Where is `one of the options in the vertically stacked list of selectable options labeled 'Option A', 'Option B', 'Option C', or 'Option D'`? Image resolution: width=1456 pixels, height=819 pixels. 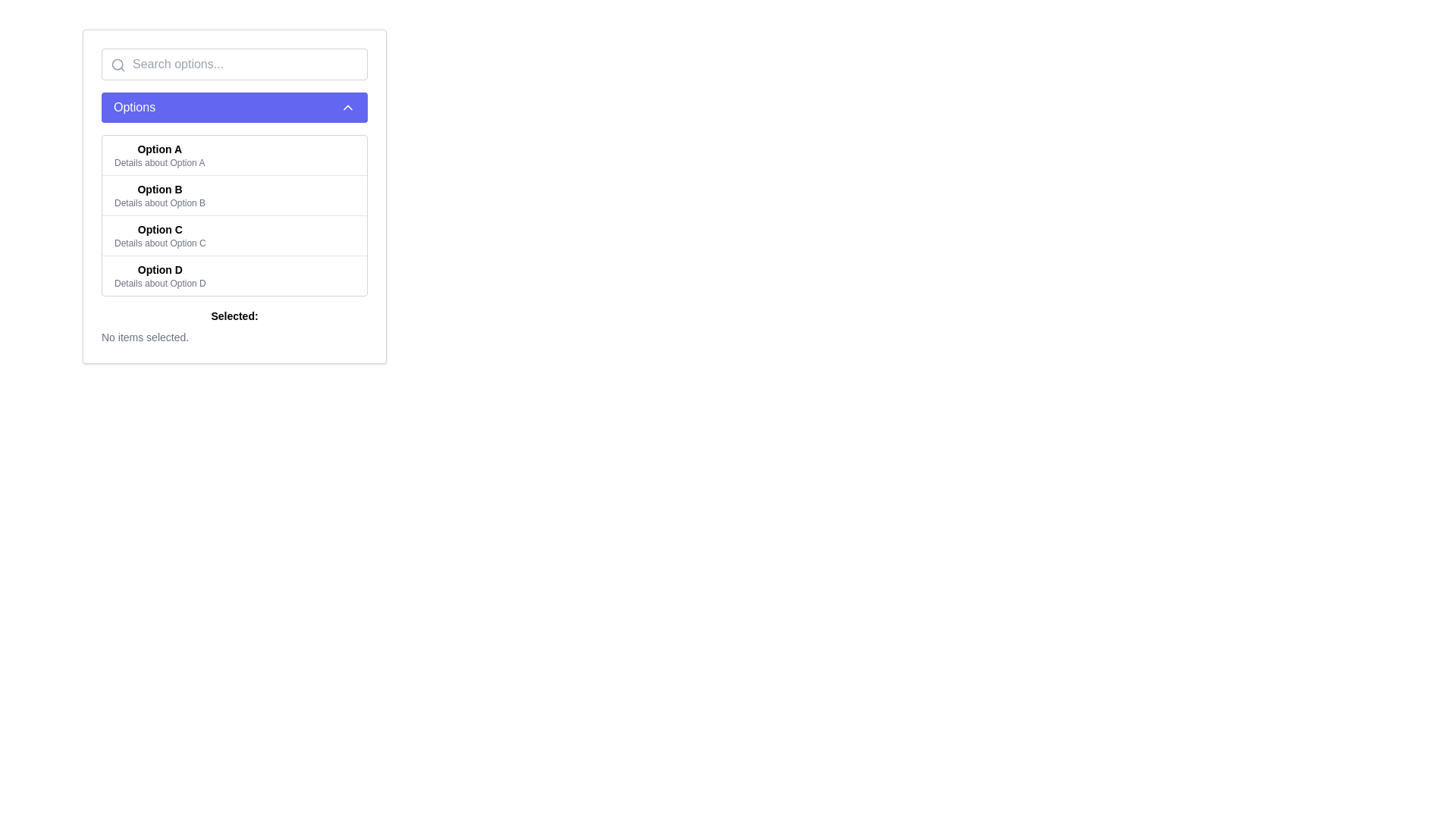
one of the options in the vertically stacked list of selectable options labeled 'Option A', 'Option B', 'Option C', or 'Option D' is located at coordinates (234, 215).